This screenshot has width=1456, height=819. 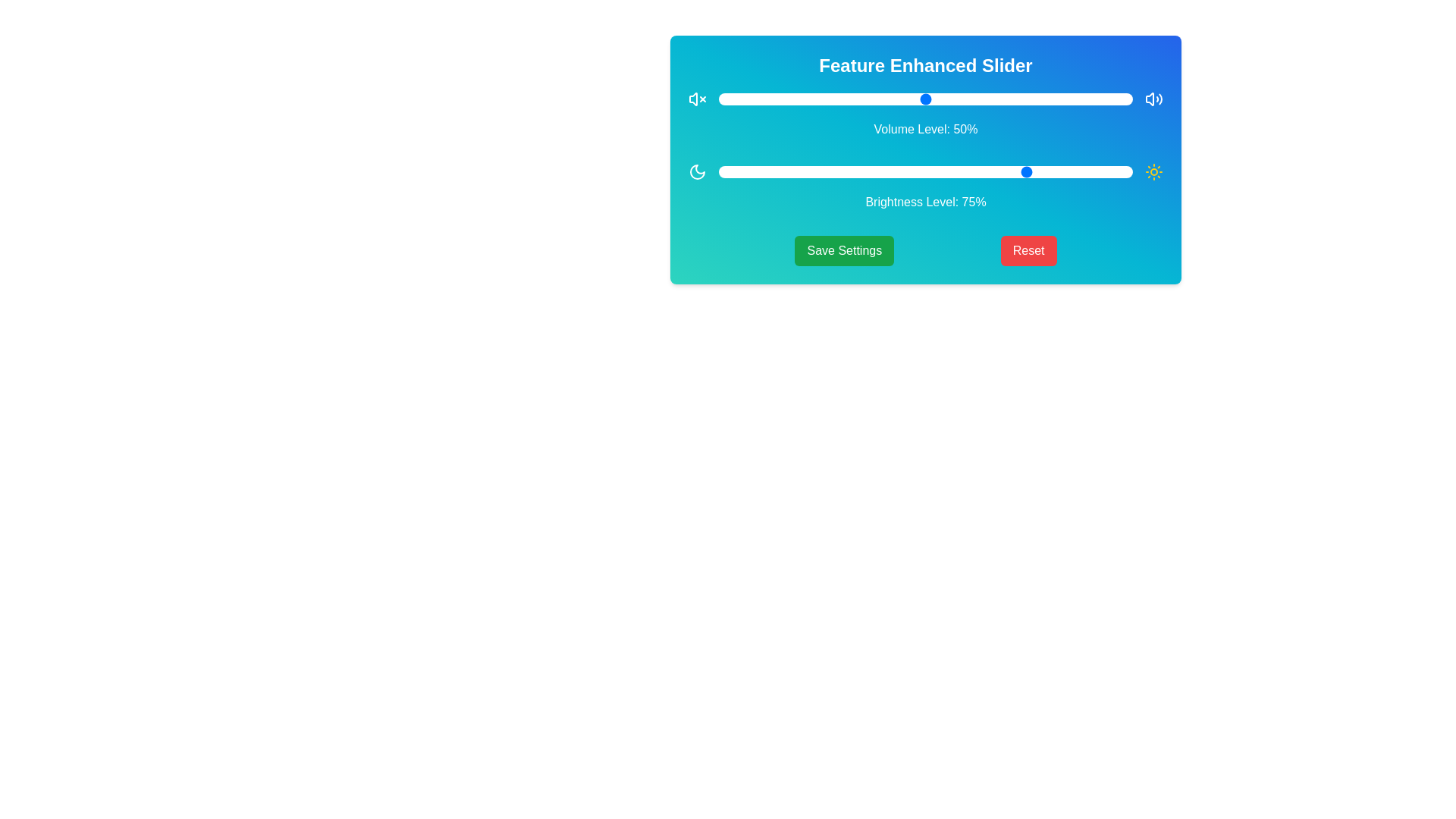 What do you see at coordinates (1028, 250) in the screenshot?
I see `the reset button located in the bottom-right area of the card interface, next to the 'Save Settings' button, to reset settings to default values` at bounding box center [1028, 250].